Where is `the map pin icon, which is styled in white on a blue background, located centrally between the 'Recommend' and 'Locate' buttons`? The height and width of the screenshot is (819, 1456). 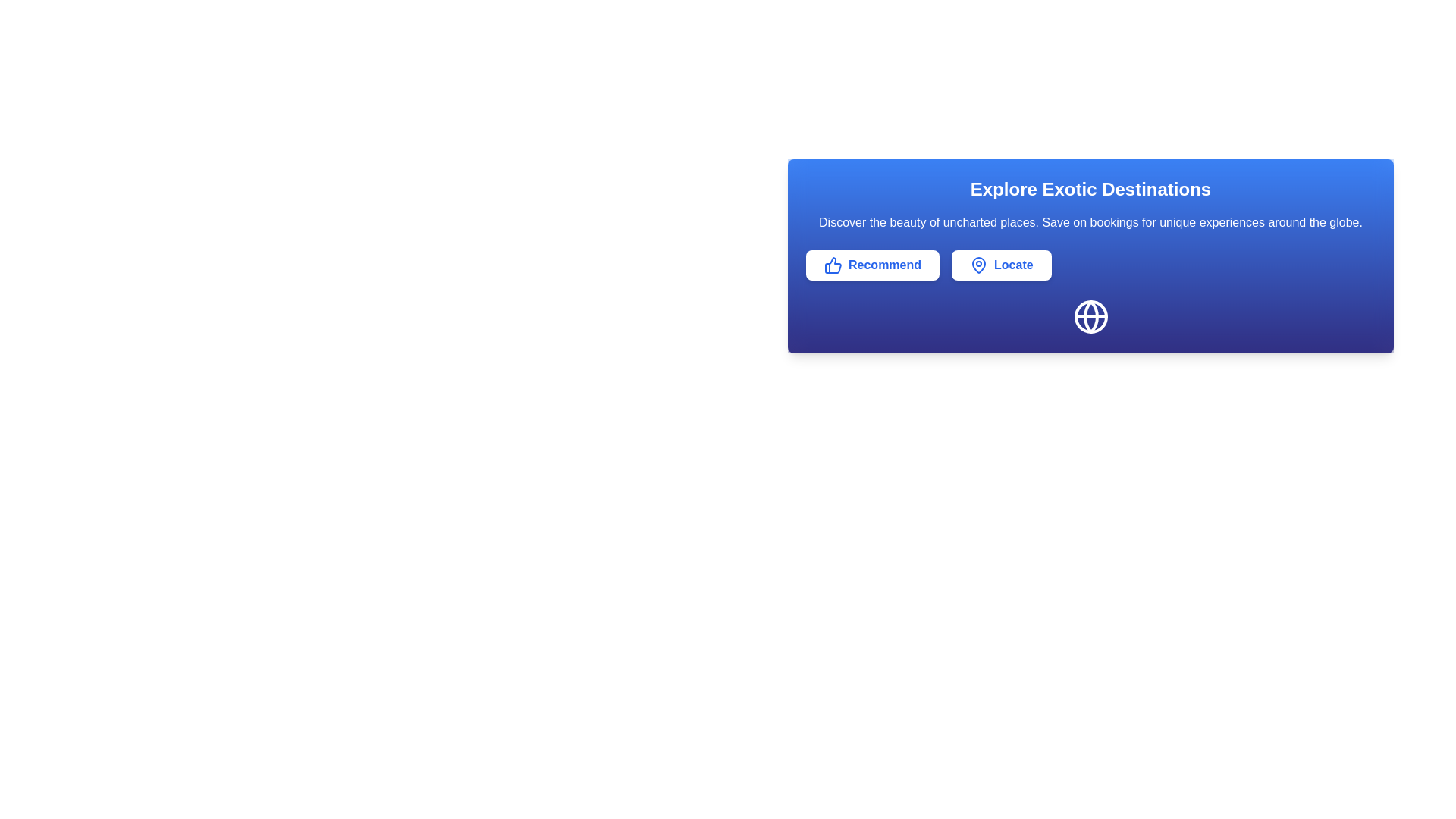 the map pin icon, which is styled in white on a blue background, located centrally between the 'Recommend' and 'Locate' buttons is located at coordinates (979, 265).